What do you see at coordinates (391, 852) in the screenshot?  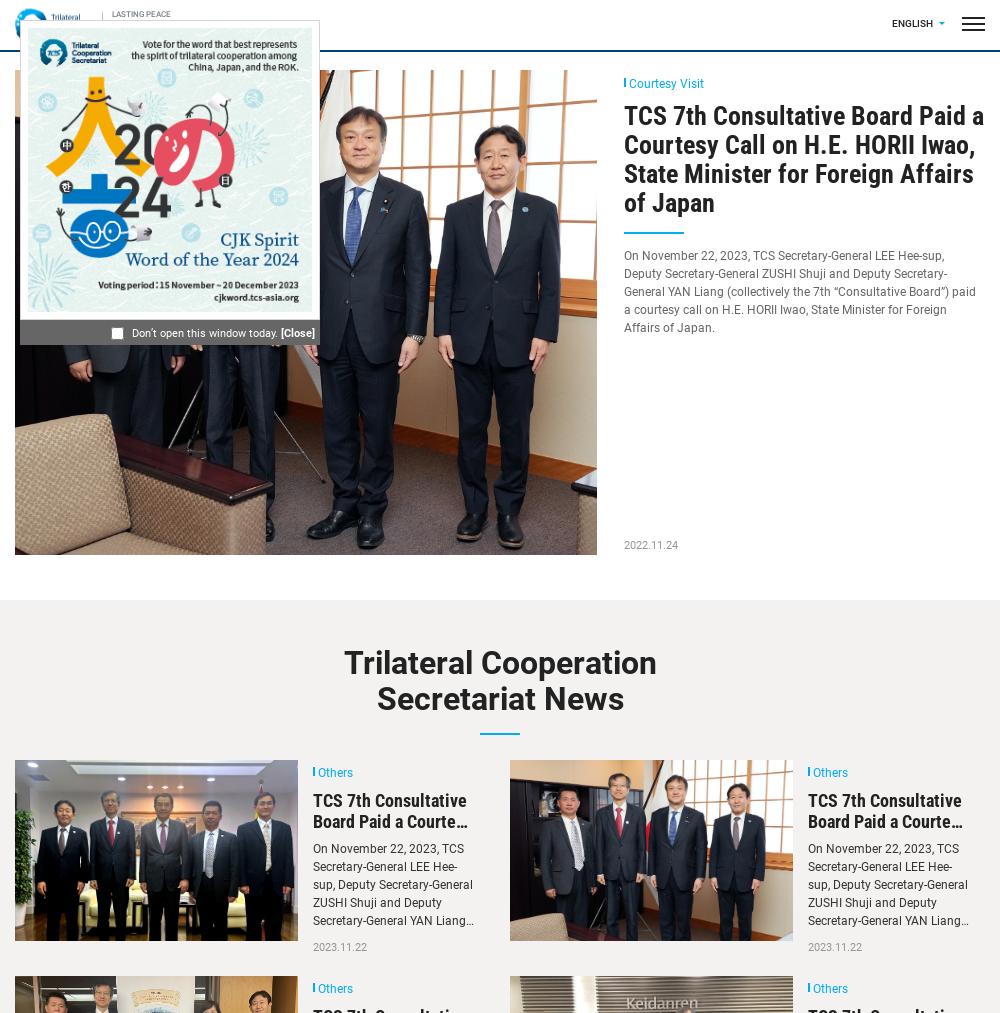 I see `'TCS 7th Consultative Board Paid a Courtesy Call on H.E. WU Jianghao, Ambassador of China in Japan'` at bounding box center [391, 852].